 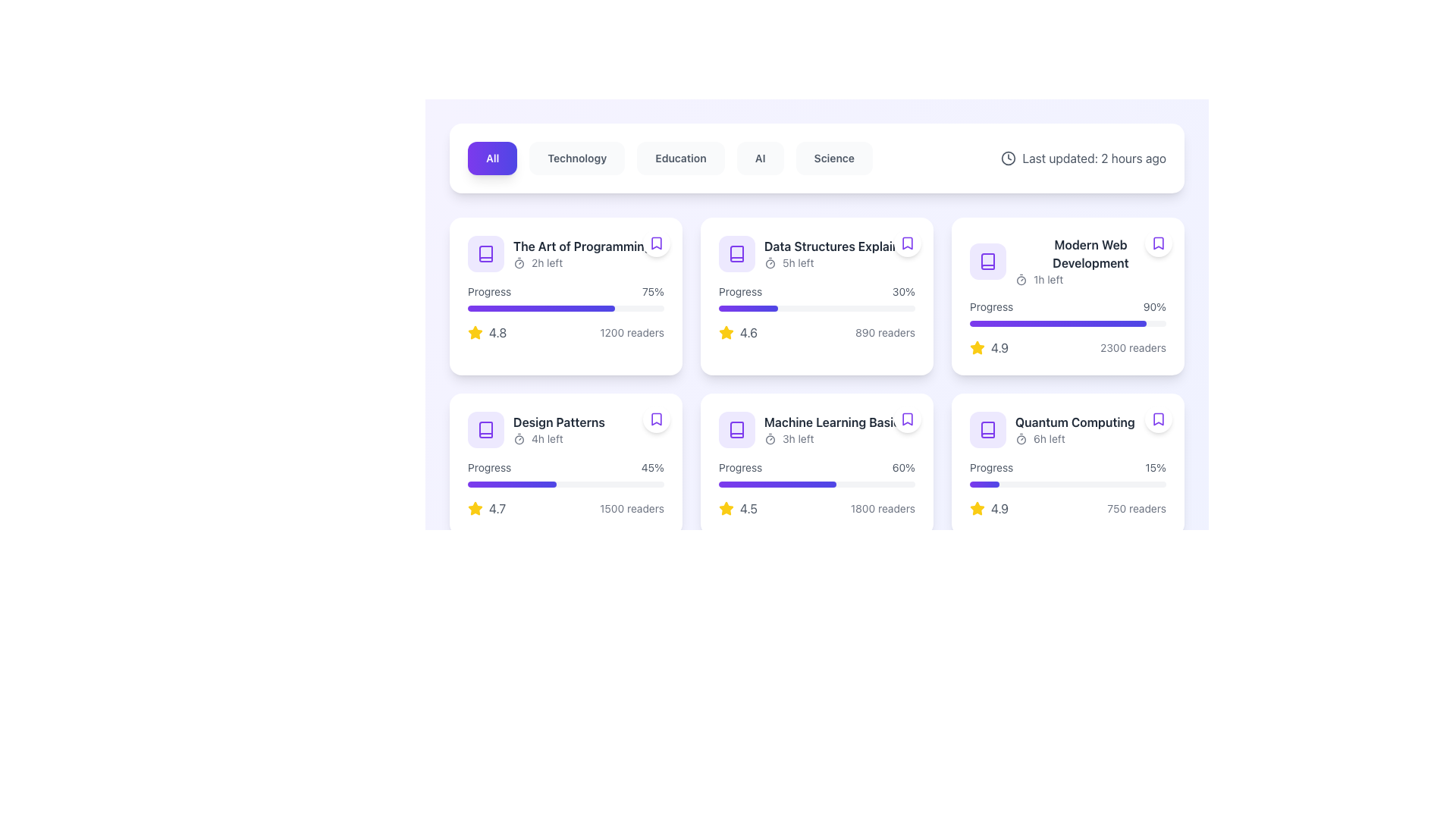 What do you see at coordinates (1157, 242) in the screenshot?
I see `the circular button with a white background and a purple bookmark icon, located at the top-right corner of the 'Modern Web Development' card for keyboard navigation` at bounding box center [1157, 242].